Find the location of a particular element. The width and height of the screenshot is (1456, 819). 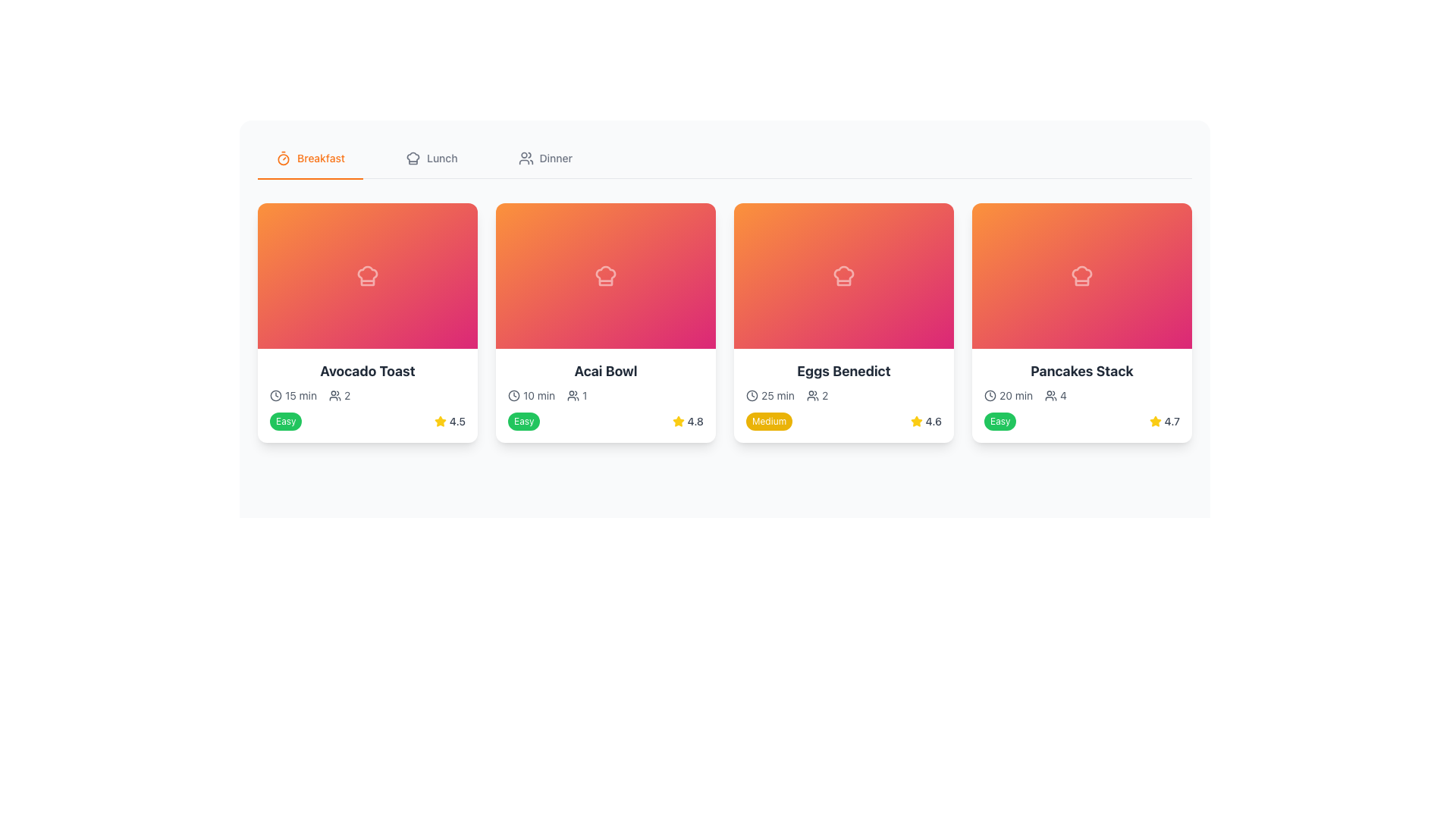

the second button in the horizontal navigation bar is located at coordinates (431, 158).